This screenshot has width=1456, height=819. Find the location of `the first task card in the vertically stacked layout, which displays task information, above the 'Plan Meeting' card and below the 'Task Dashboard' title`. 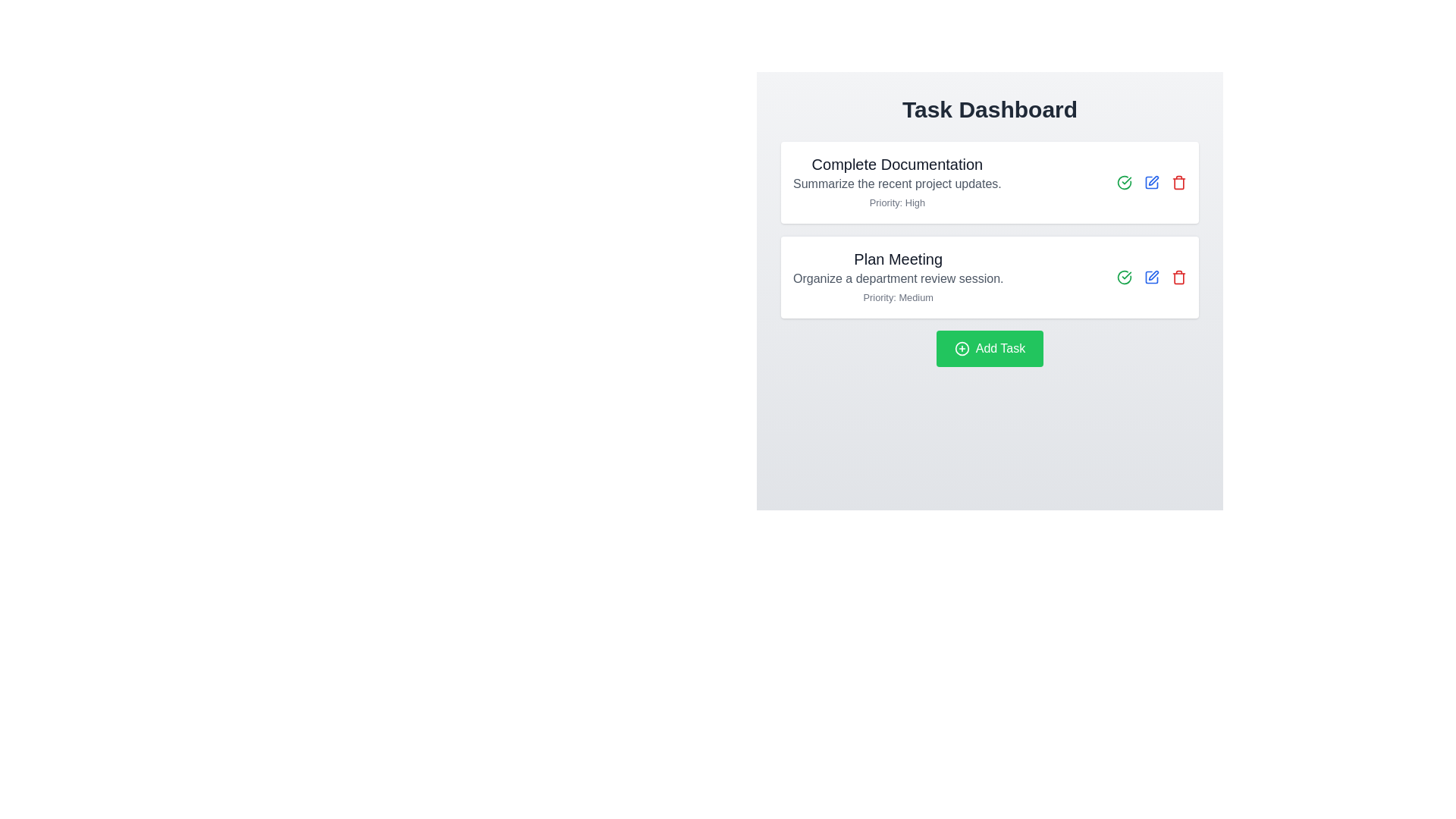

the first task card in the vertically stacked layout, which displays task information, above the 'Plan Meeting' card and below the 'Task Dashboard' title is located at coordinates (990, 181).